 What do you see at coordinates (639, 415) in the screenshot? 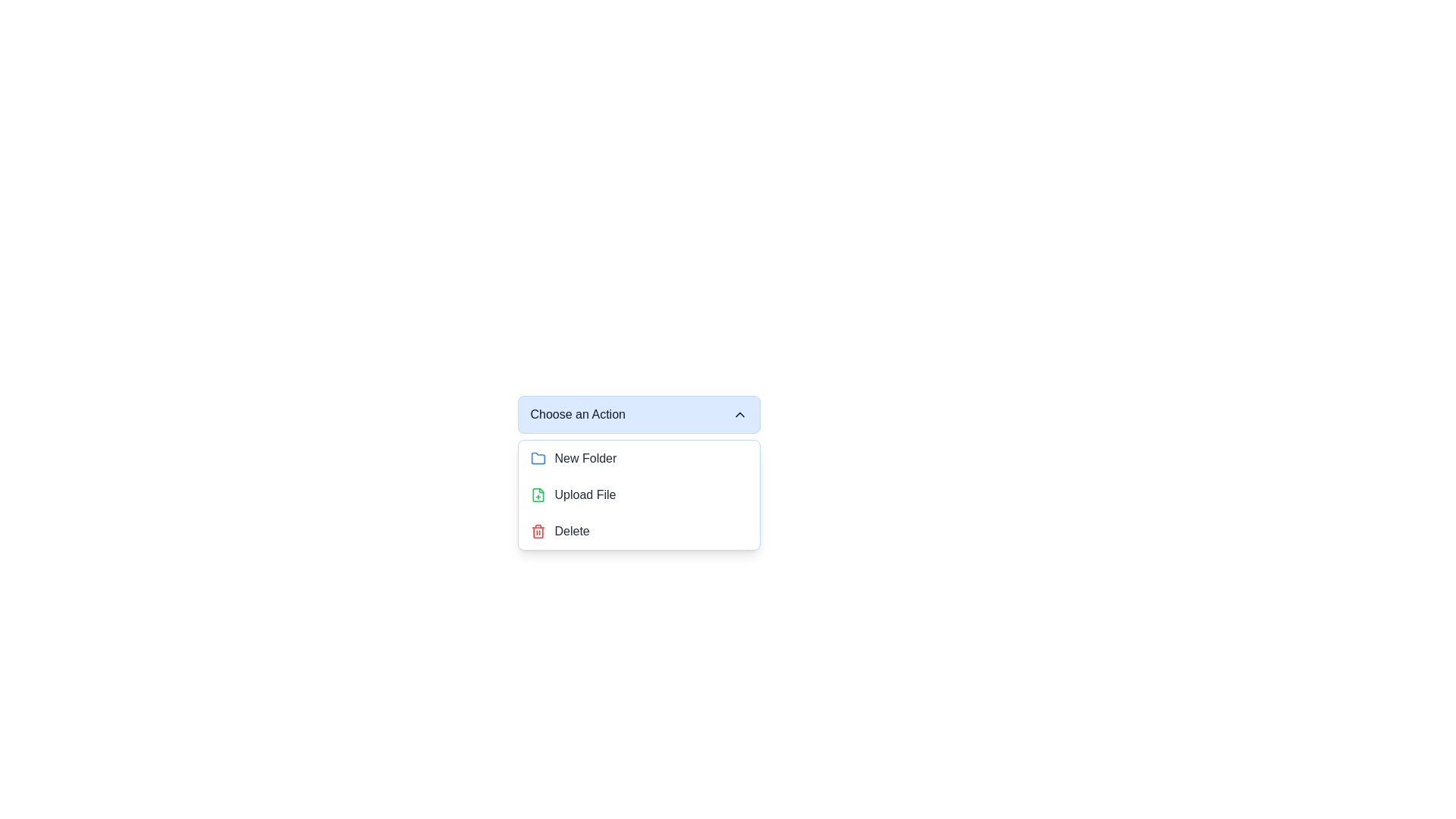
I see `the dropdown menu header by` at bounding box center [639, 415].